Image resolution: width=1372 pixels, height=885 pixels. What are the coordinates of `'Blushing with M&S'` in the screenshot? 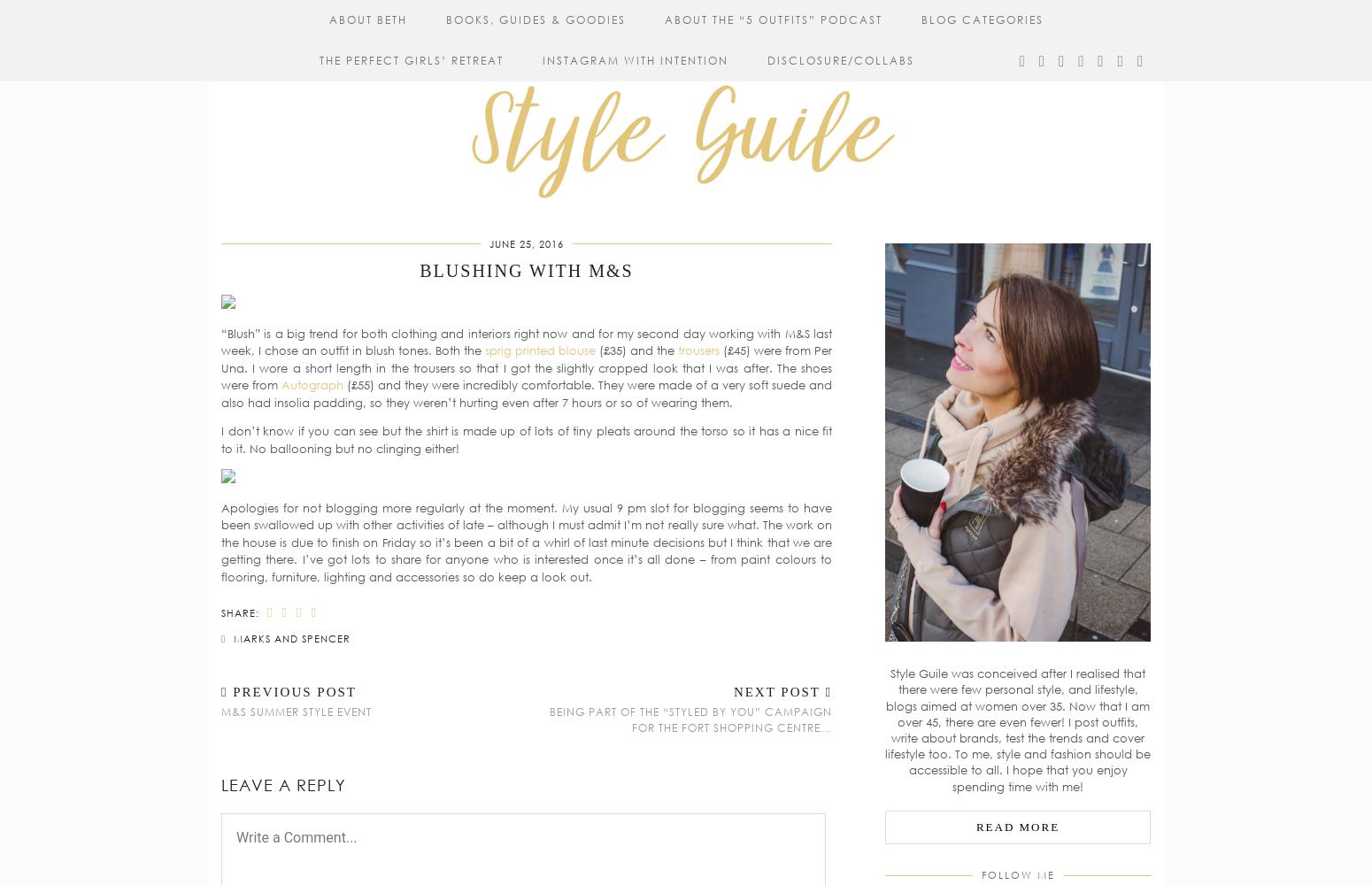 It's located at (526, 271).